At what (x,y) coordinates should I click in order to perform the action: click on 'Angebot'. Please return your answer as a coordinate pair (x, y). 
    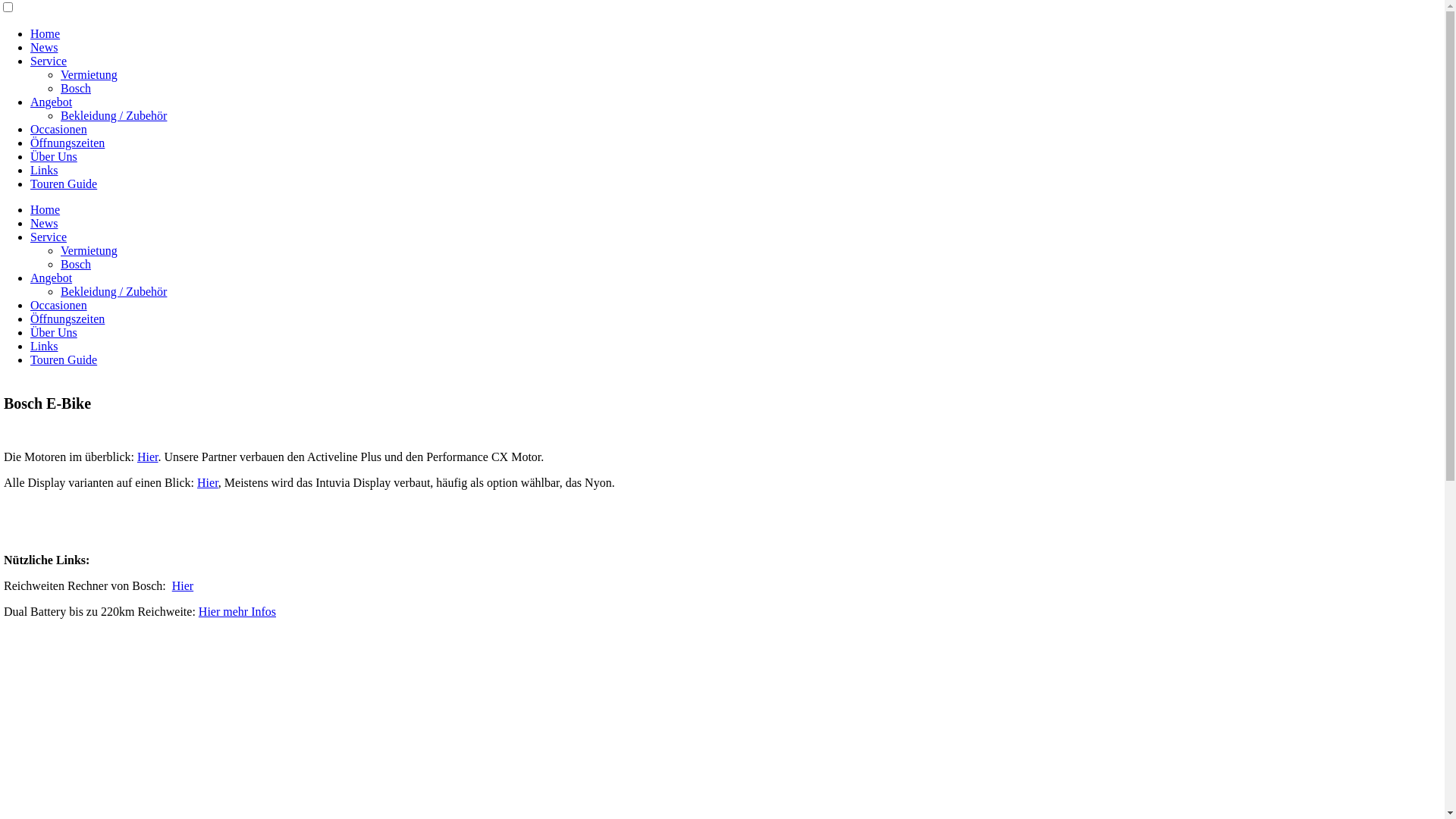
    Looking at the image, I should click on (51, 278).